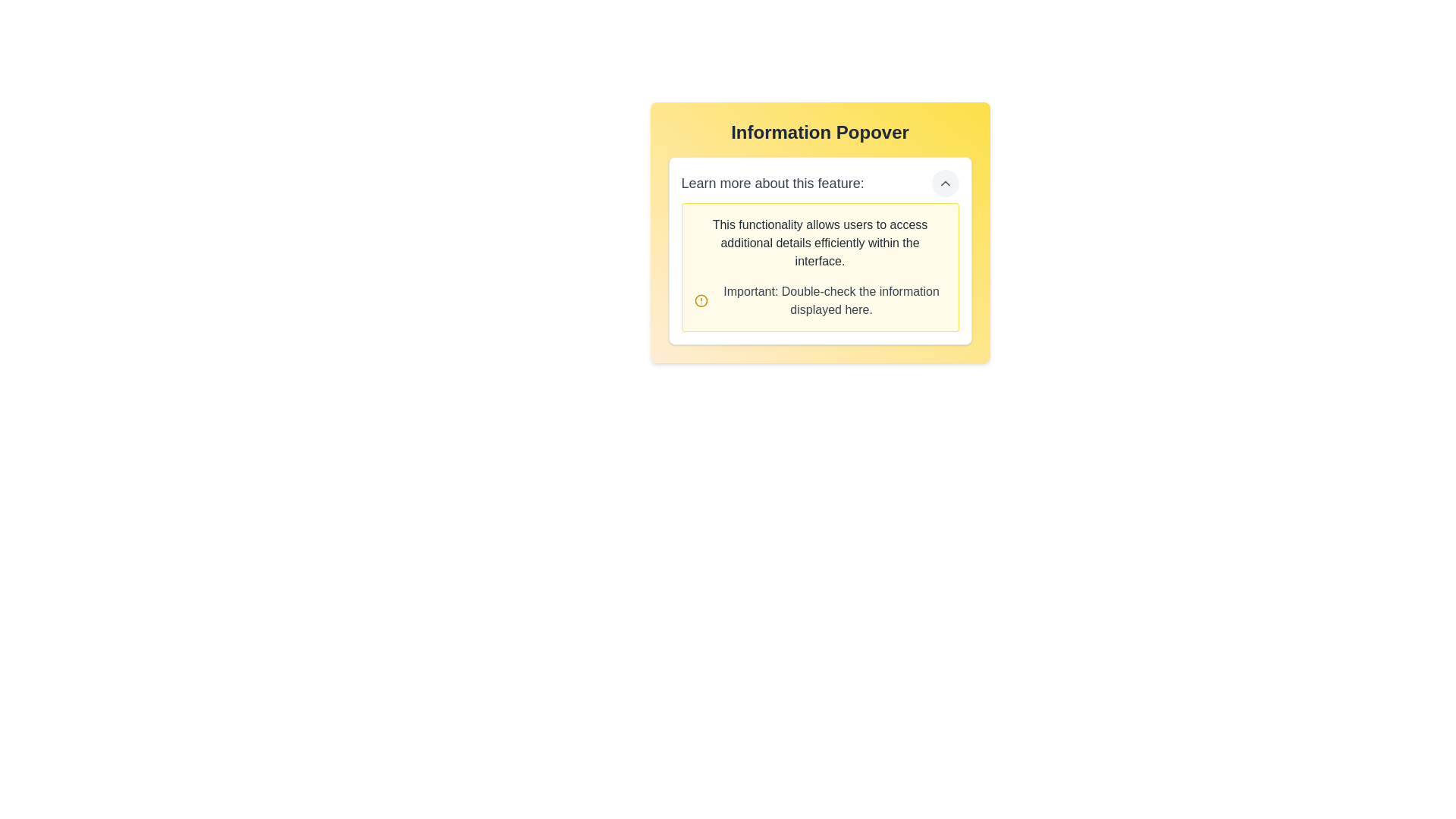  I want to click on the circular warning icon with a yellow border and an exclamation mark, positioned to the left of the text 'Important: Double-check the information displayed here.', so click(700, 301).